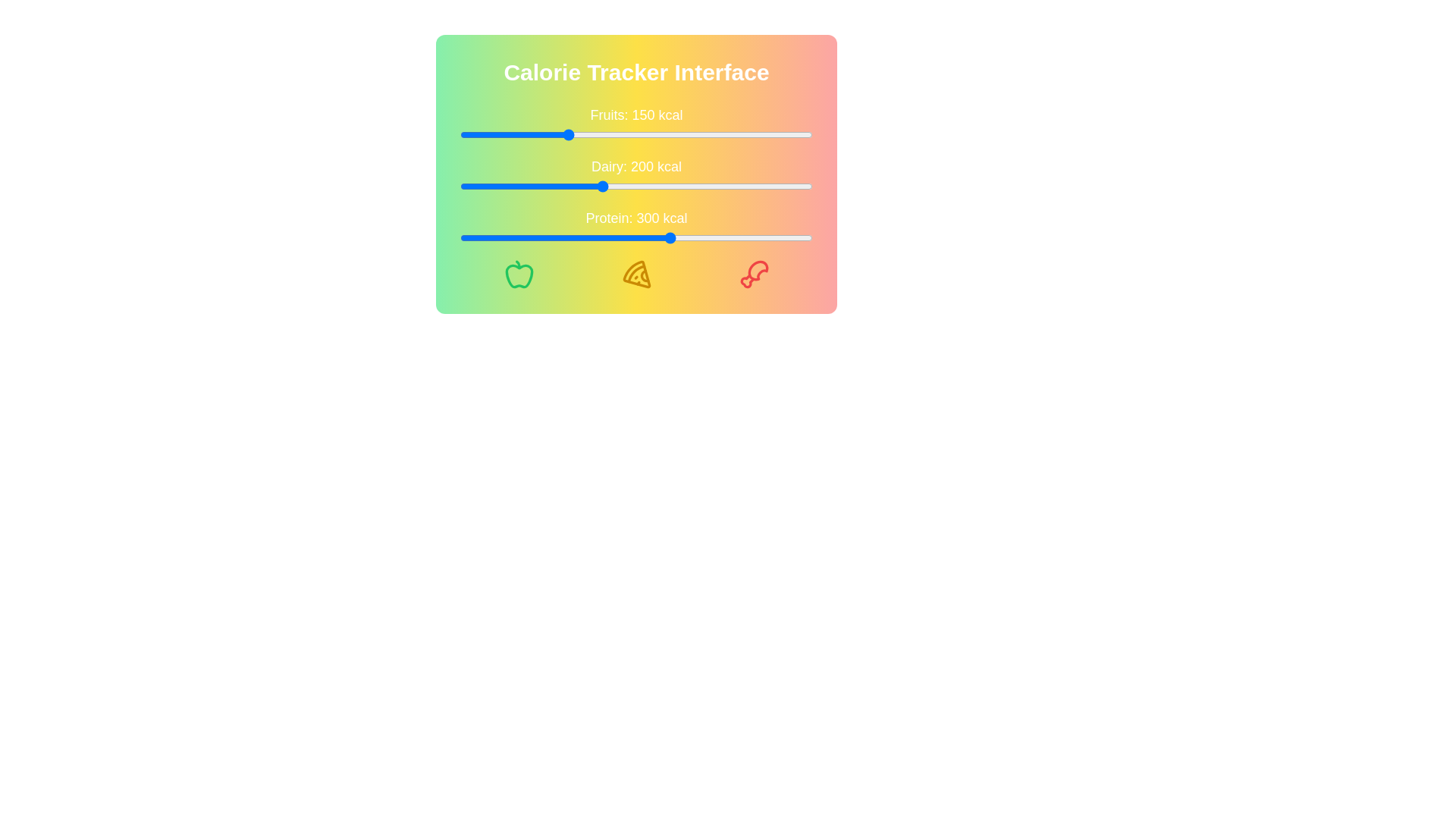 The image size is (1456, 819). What do you see at coordinates (512, 133) in the screenshot?
I see `the calorie slider for 'Fruits' to 74 kcal` at bounding box center [512, 133].